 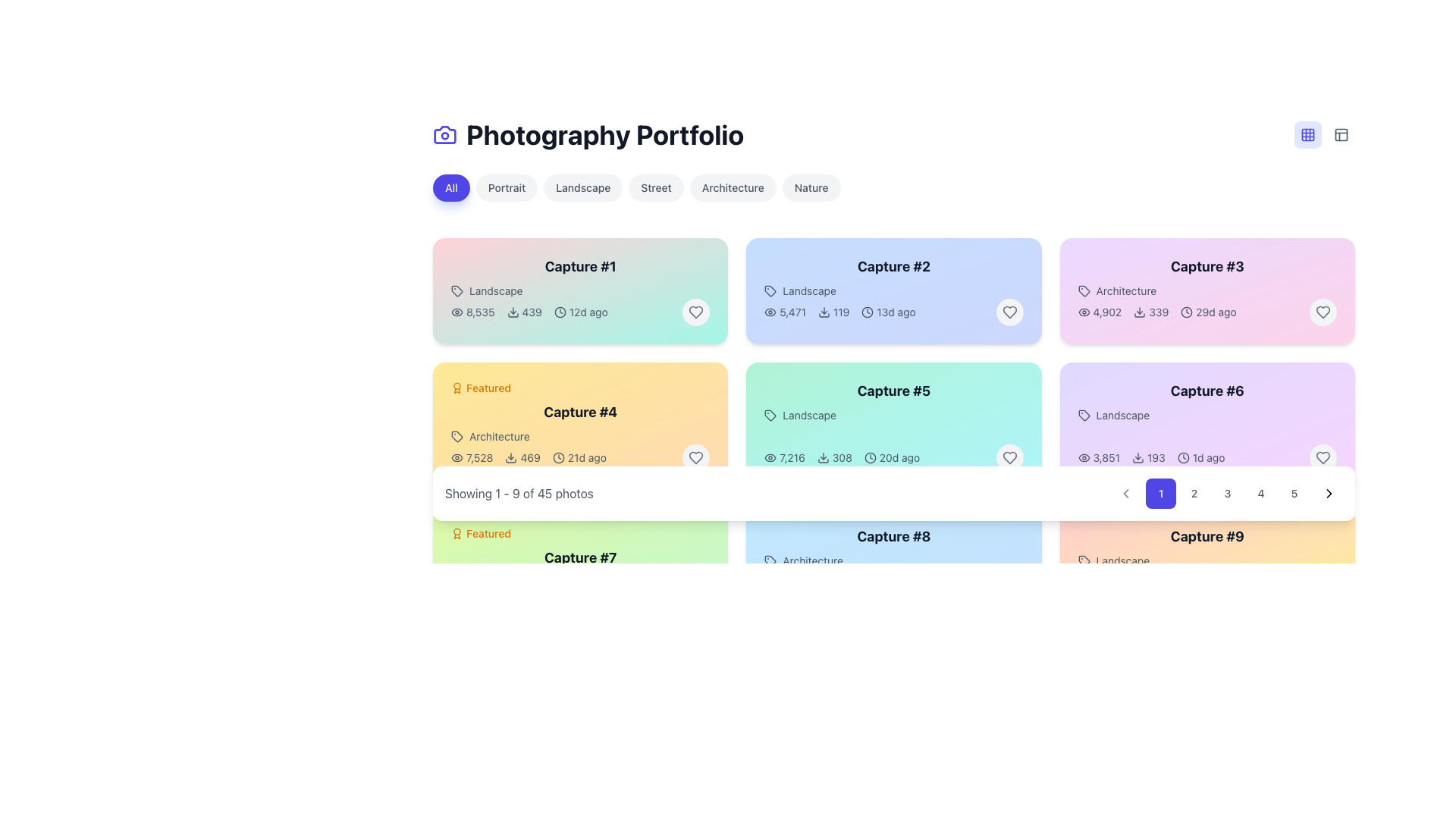 I want to click on the square with rounded corners located in the top-right region of the interface, which is part of an icon set and has no visible fill or stroke, so click(x=1341, y=133).